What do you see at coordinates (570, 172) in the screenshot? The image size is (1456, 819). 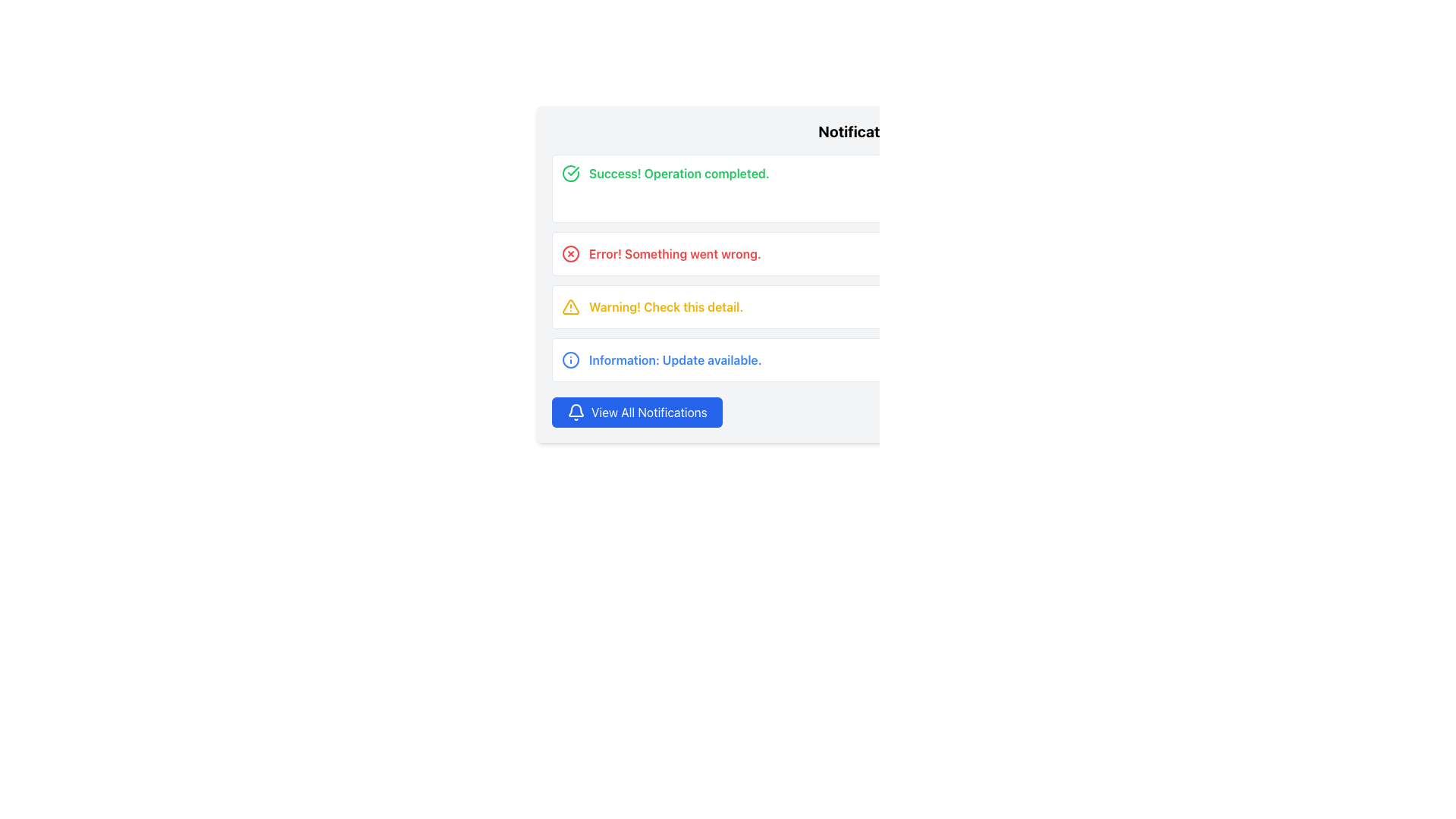 I see `the green circular icon with a checkmark, indicating success, located to the left of the text 'Success! Operation completed.'` at bounding box center [570, 172].